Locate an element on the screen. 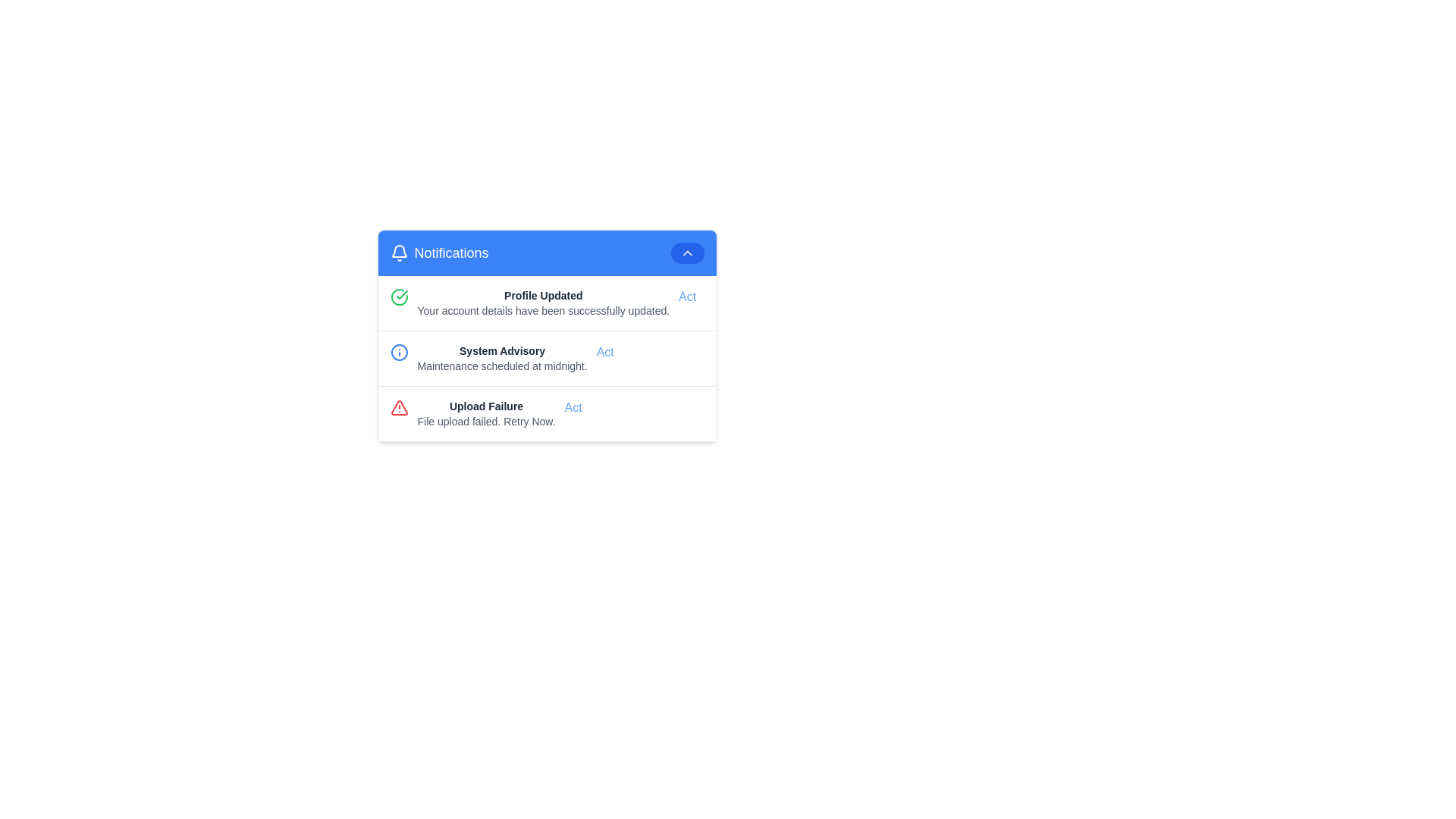 This screenshot has height=819, width=1456. the icon button located in the upper-right corner of the notification box is located at coordinates (686, 253).